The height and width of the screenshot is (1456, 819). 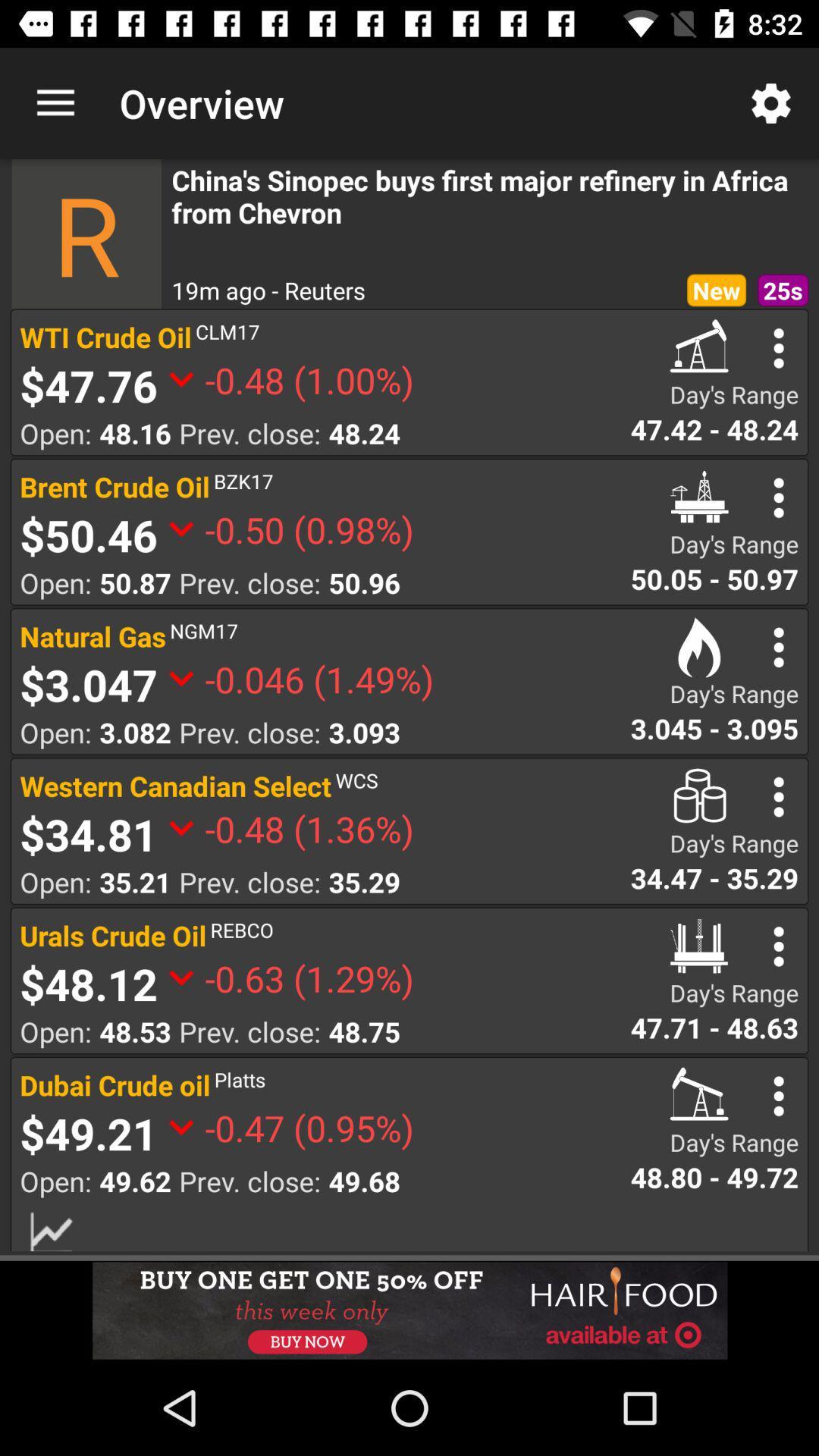 What do you see at coordinates (779, 347) in the screenshot?
I see `more option` at bounding box center [779, 347].